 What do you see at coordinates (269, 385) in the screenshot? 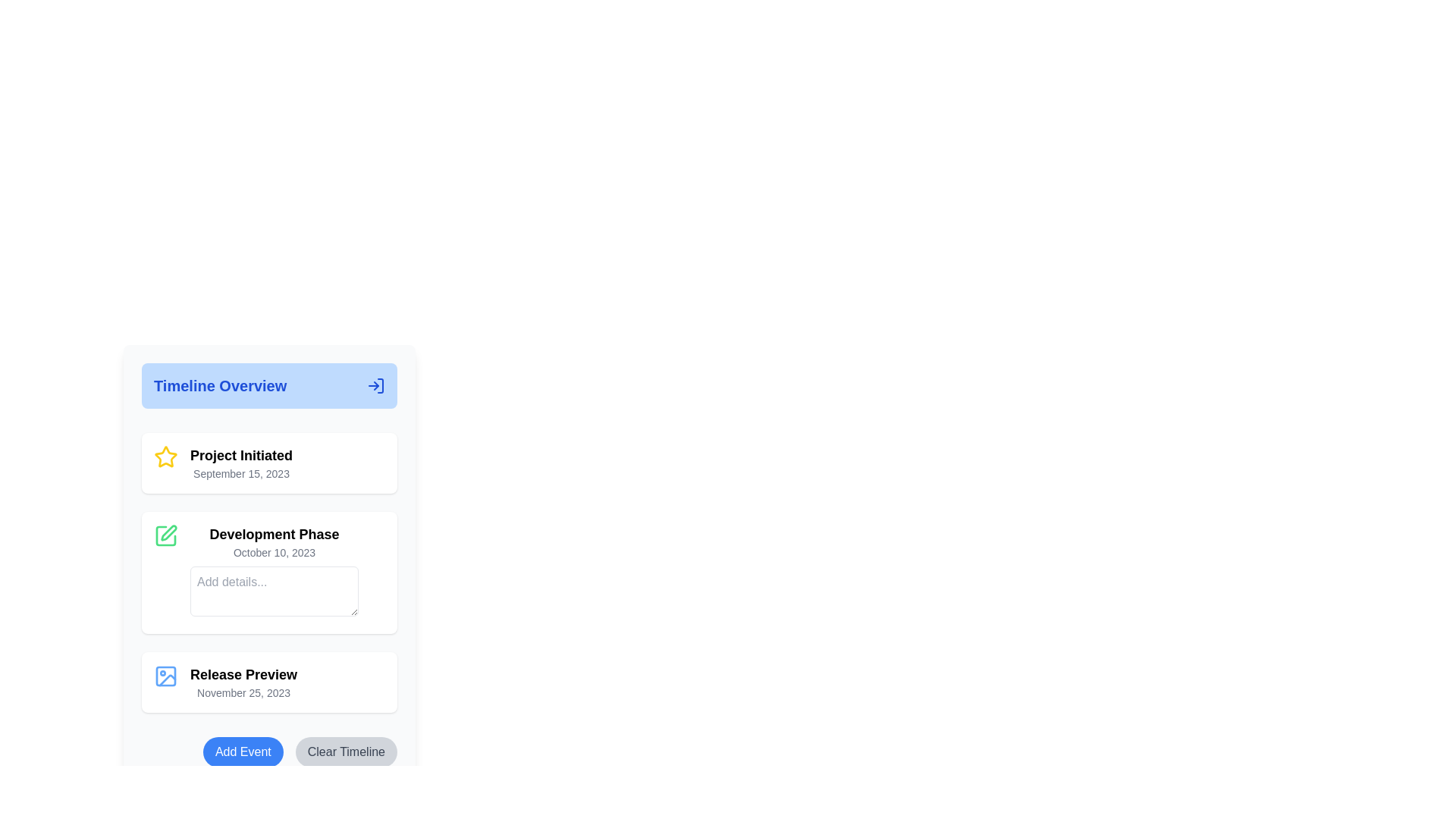
I see `header with embellishment that provides an overview title for the timeline events listed below, positioned at the top of the timeline section` at bounding box center [269, 385].